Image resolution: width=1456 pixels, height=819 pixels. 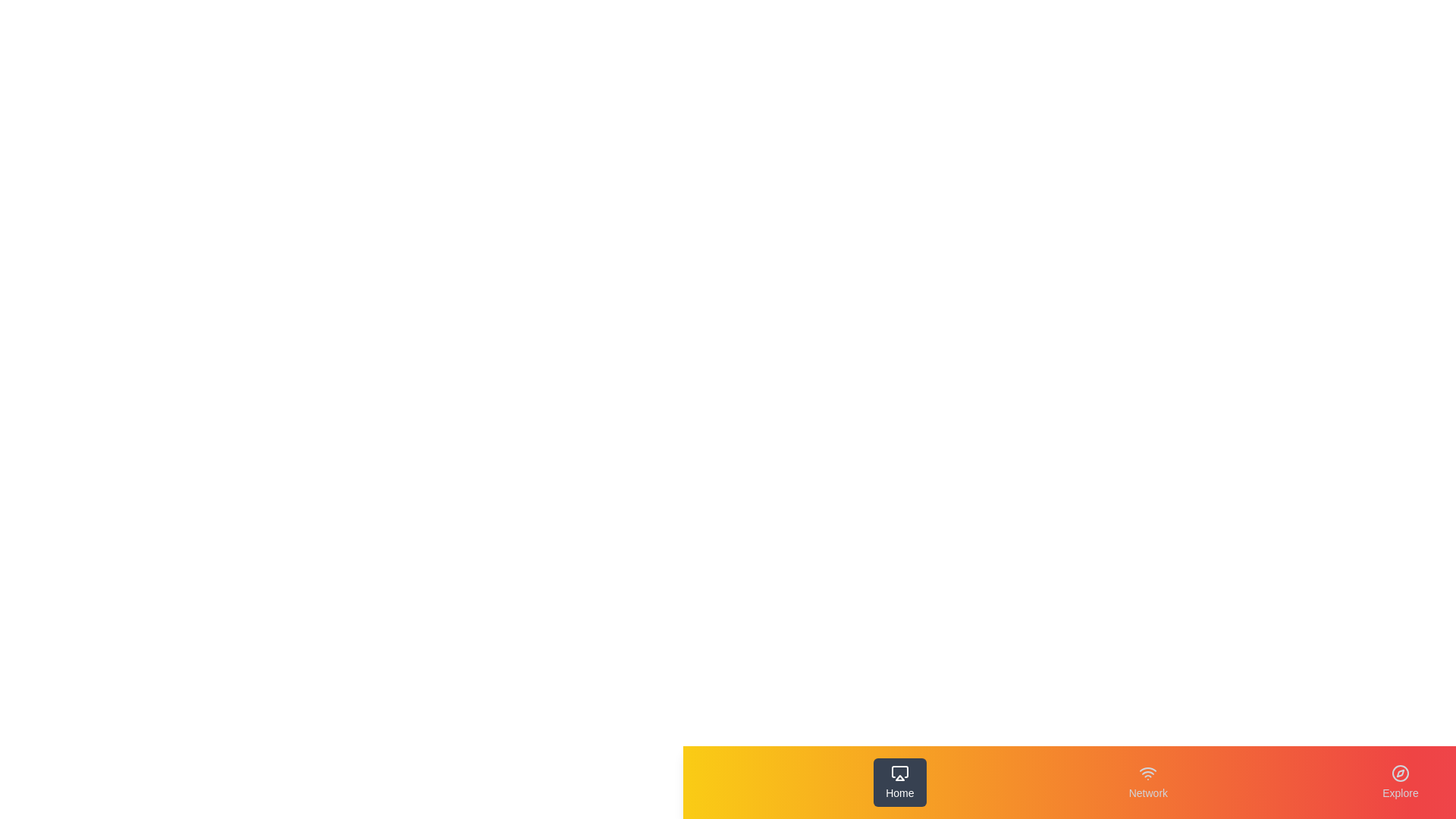 What do you see at coordinates (1148, 783) in the screenshot?
I see `the Network tab by clicking on its respective button` at bounding box center [1148, 783].